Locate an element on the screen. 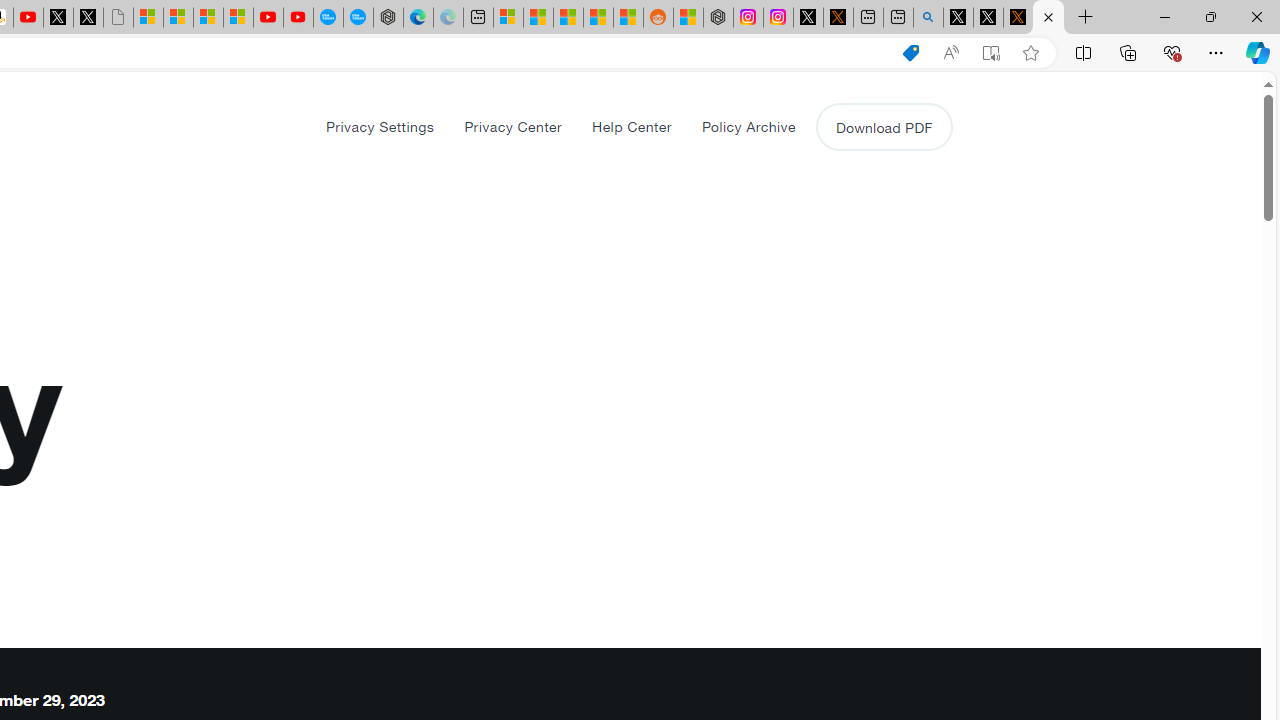 The image size is (1280, 720). 'Microsoft account | Microsoft Account Privacy Settings' is located at coordinates (508, 17).